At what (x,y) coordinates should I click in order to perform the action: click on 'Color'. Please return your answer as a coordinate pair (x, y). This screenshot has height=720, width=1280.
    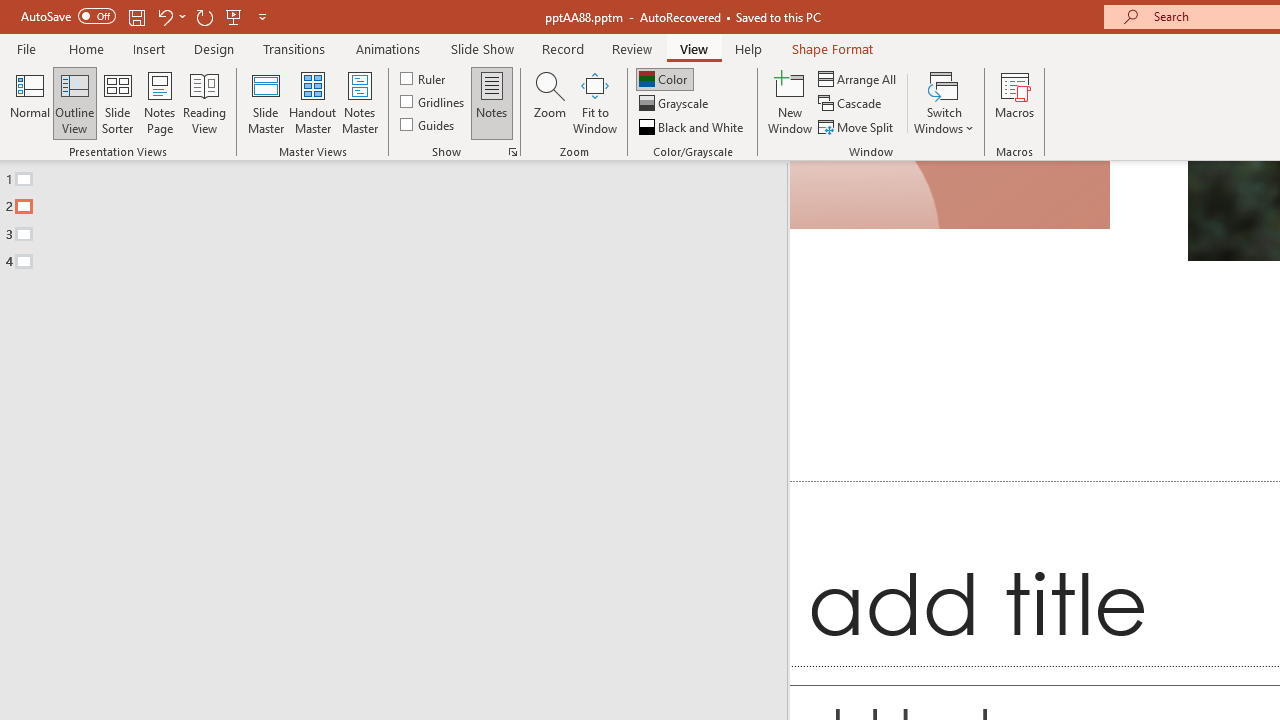
    Looking at the image, I should click on (664, 78).